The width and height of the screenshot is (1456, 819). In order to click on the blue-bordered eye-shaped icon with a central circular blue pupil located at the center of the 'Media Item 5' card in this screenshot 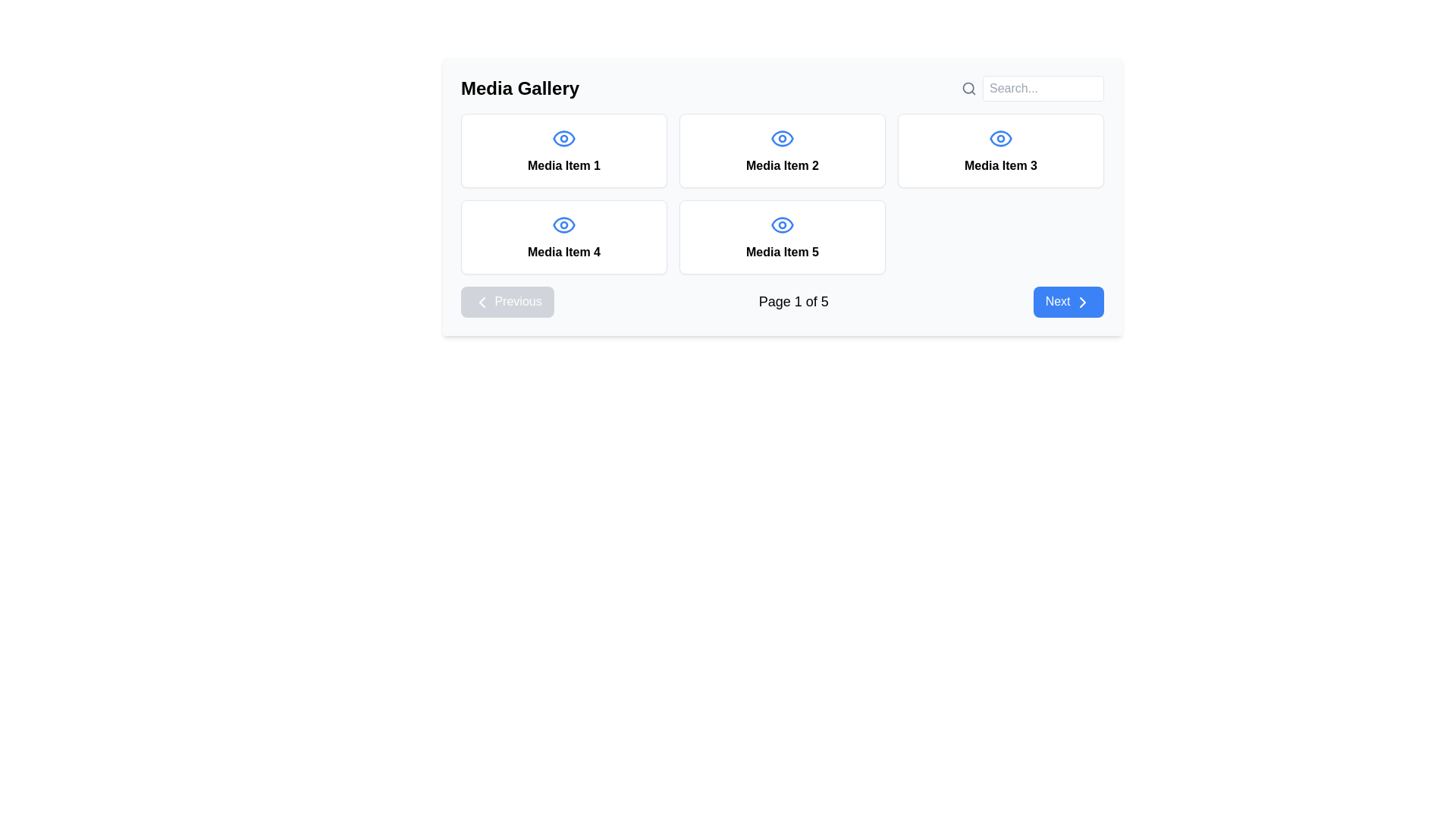, I will do `click(783, 225)`.